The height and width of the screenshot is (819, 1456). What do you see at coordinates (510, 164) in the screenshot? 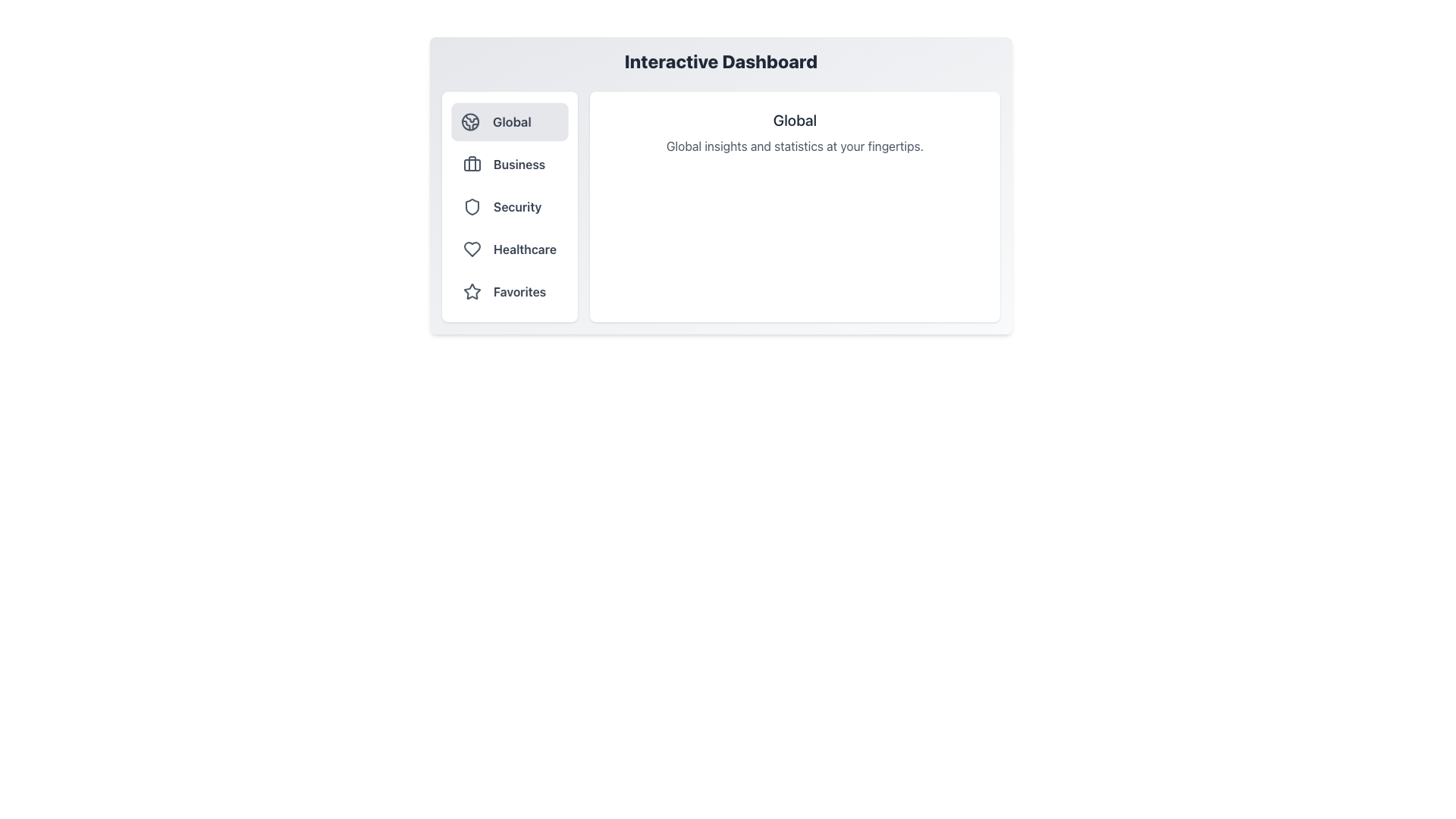
I see `the 'Business' menu item button, which features a briefcase icon and the text 'Business', located in the sidebar menu below 'Global' and above 'Security'` at bounding box center [510, 164].